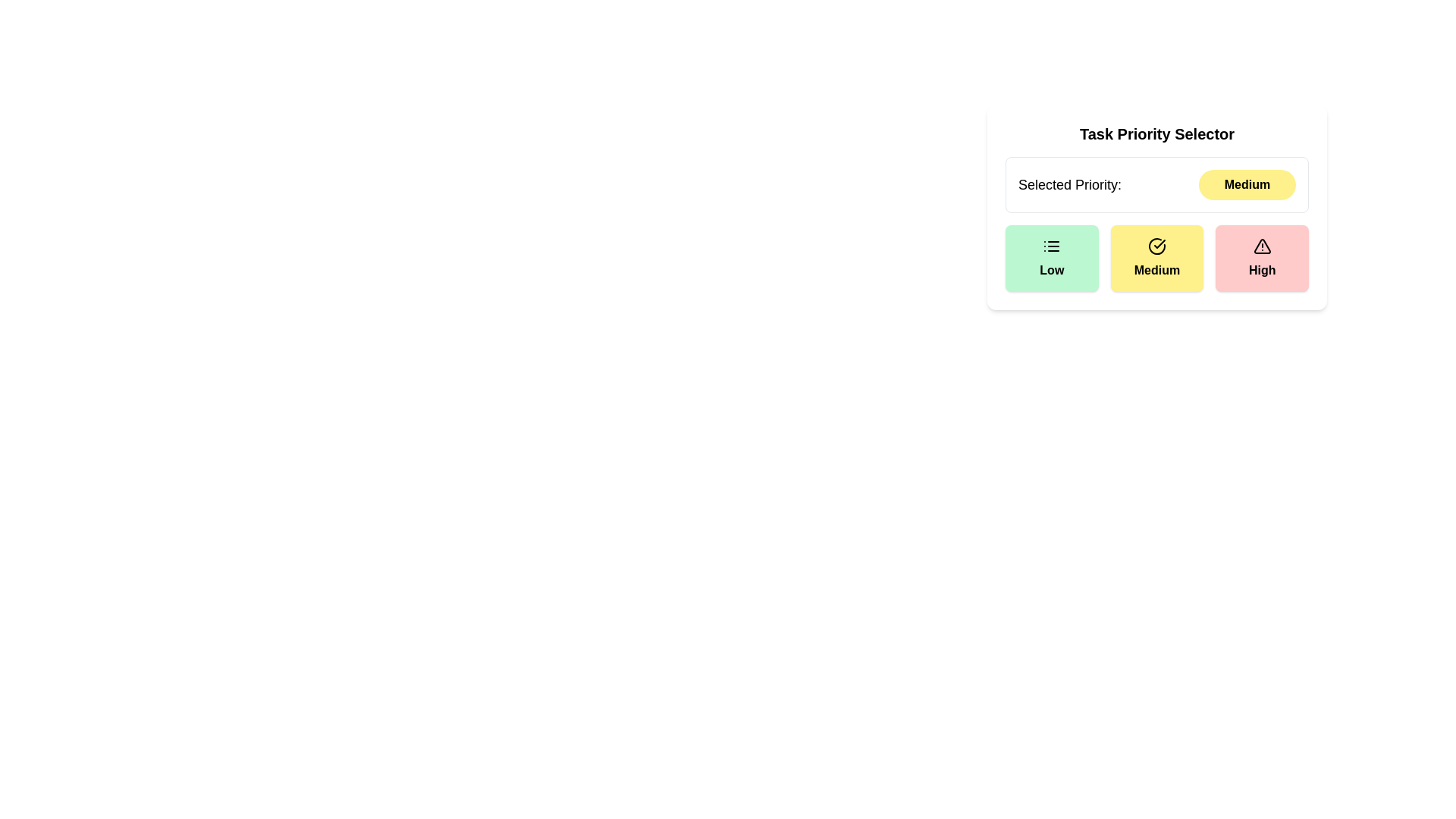 This screenshot has height=819, width=1456. Describe the element at coordinates (1051, 257) in the screenshot. I see `the priority level Low by clicking on the corresponding button` at that location.